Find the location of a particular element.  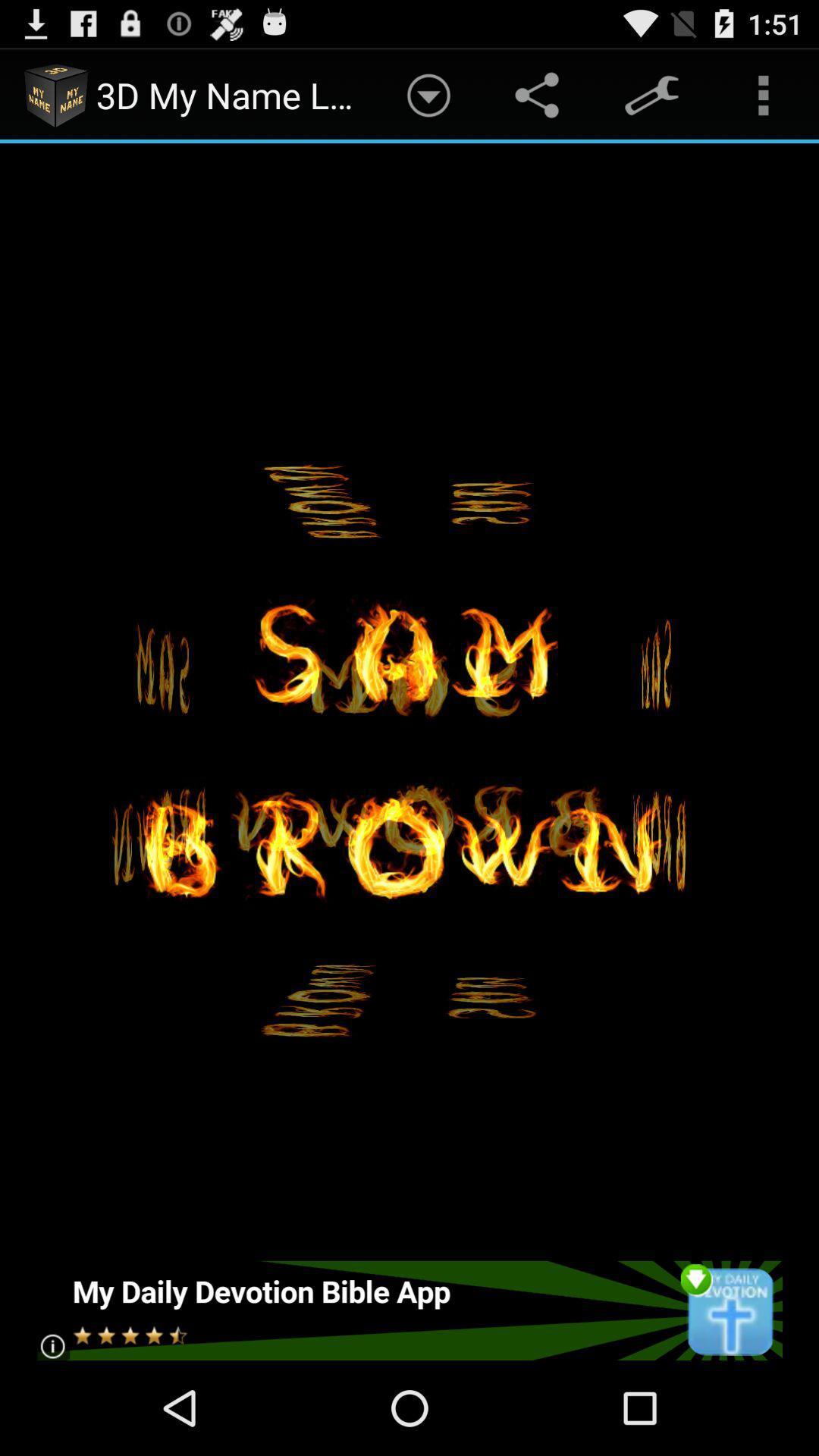

item to the right of 3d my name item is located at coordinates (428, 94).